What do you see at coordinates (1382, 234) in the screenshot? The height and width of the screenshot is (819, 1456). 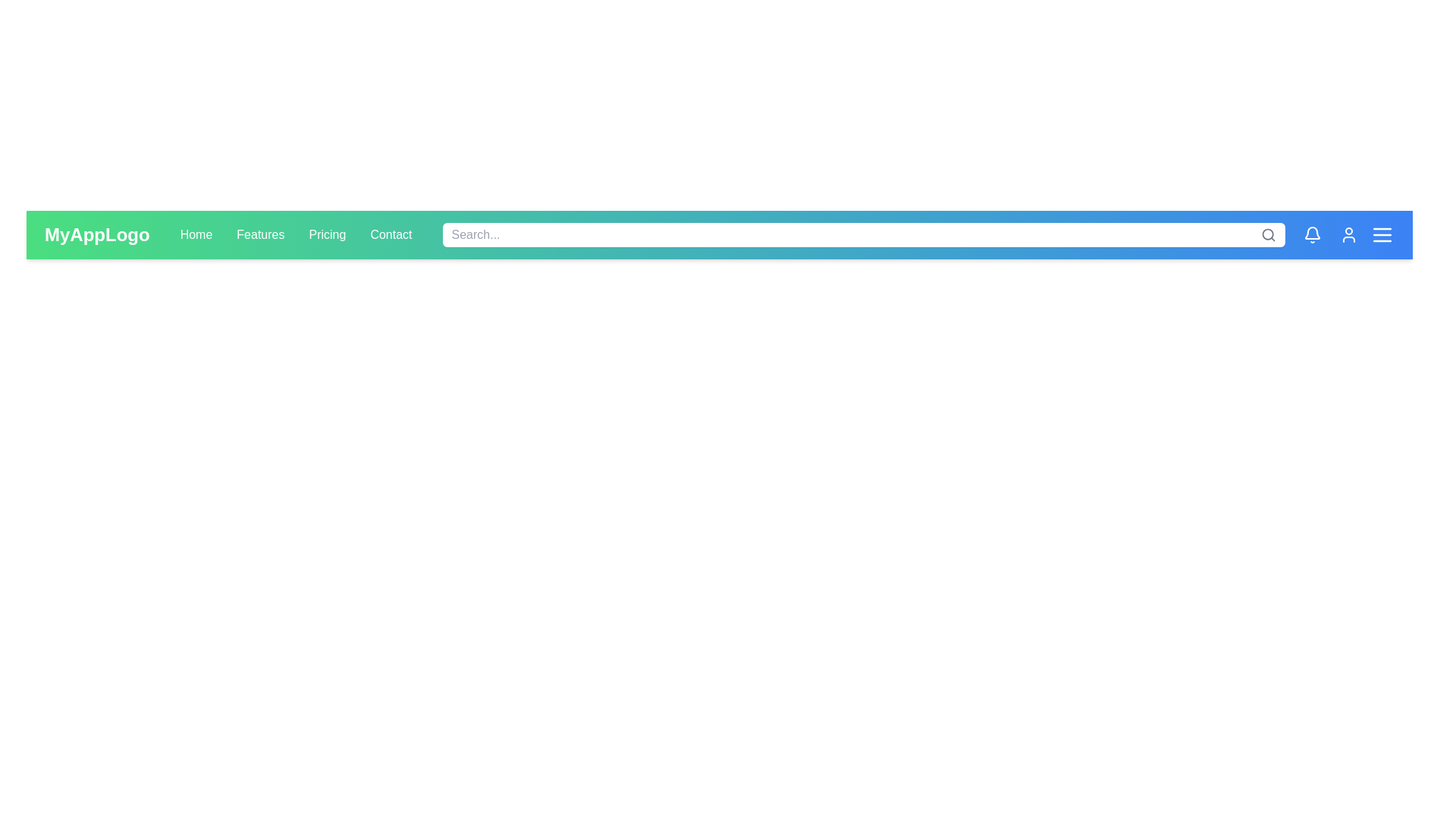 I see `the menu icon (three horizontal lines) located at the top-right corner of the interface` at bounding box center [1382, 234].